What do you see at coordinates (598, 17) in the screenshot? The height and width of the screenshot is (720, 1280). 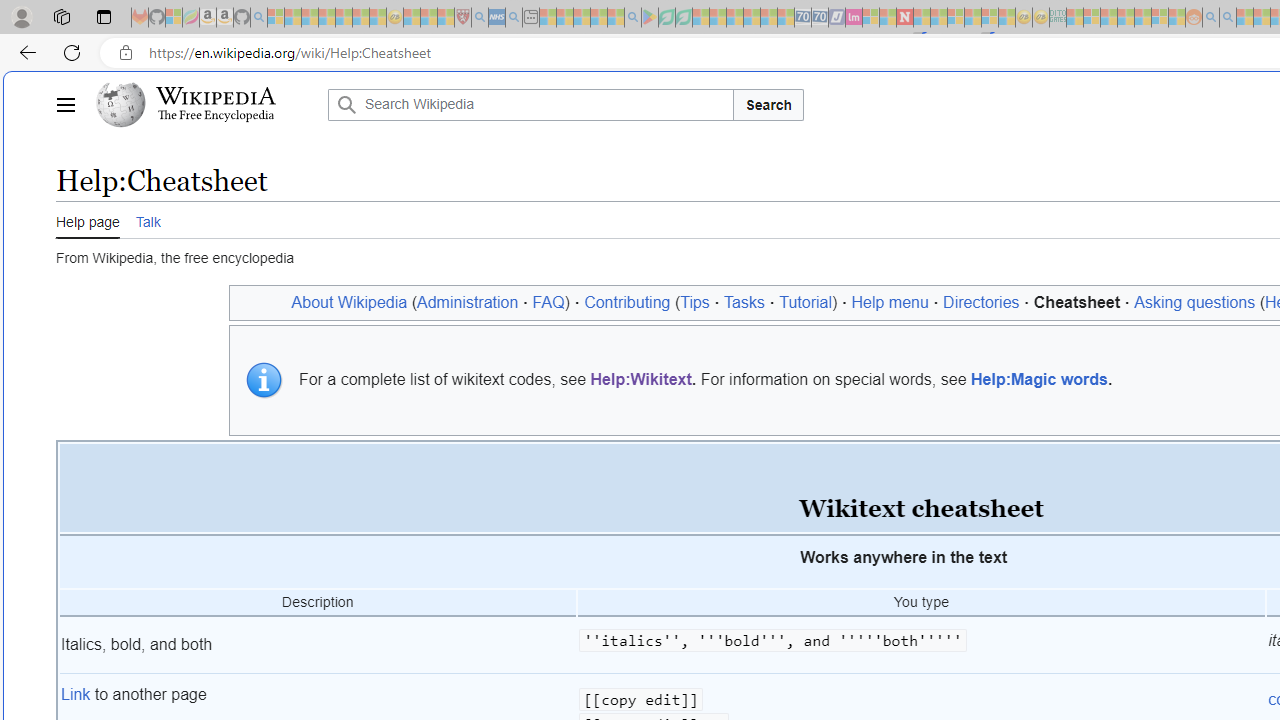 I see `'Pets - MSN - Sleeping'` at bounding box center [598, 17].